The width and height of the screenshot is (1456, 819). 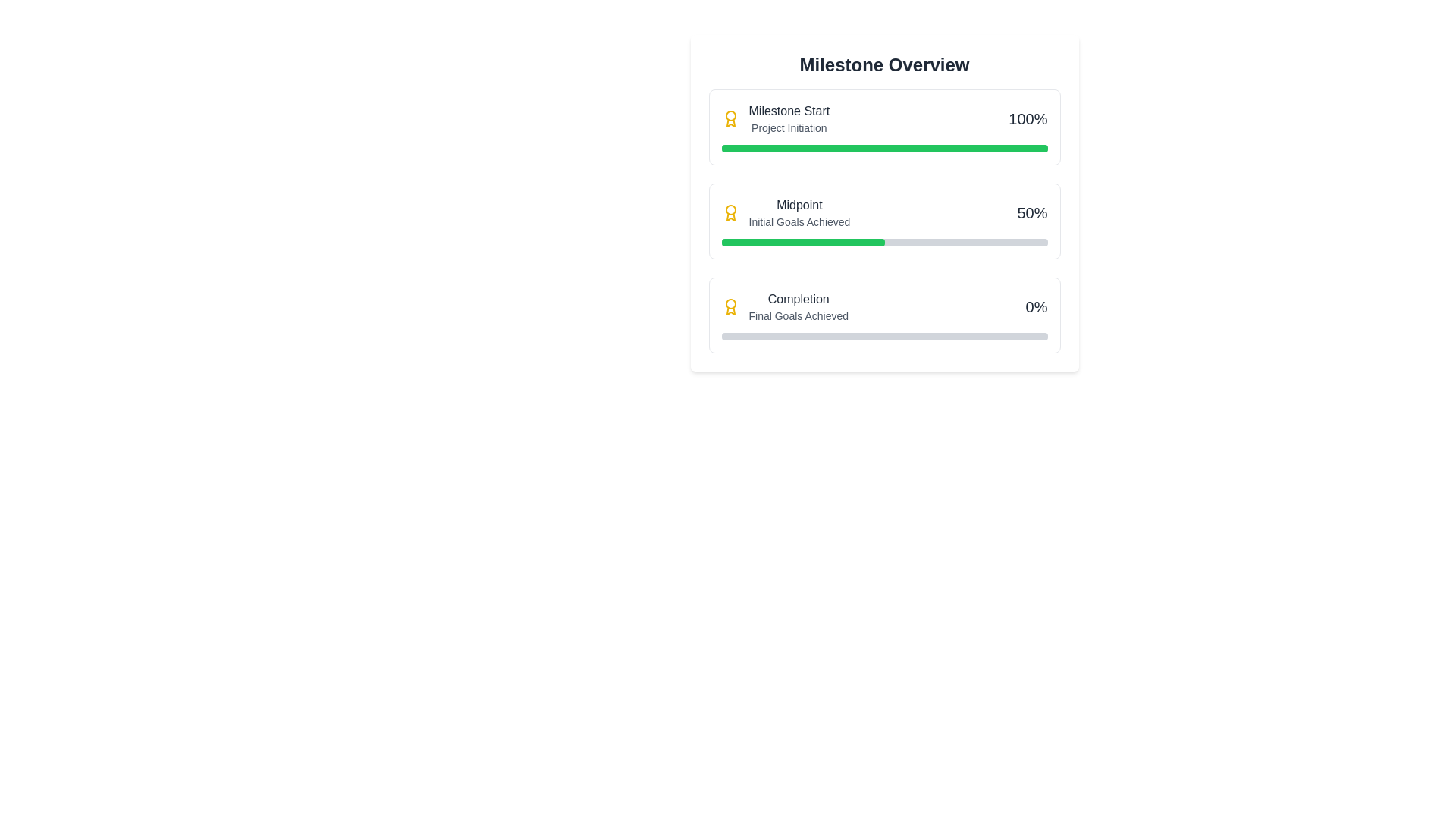 What do you see at coordinates (884, 242) in the screenshot?
I see `the progress bar located in the 'Midpoint' section of the 'Milestone Overview' panel, which indicates 50% progress` at bounding box center [884, 242].